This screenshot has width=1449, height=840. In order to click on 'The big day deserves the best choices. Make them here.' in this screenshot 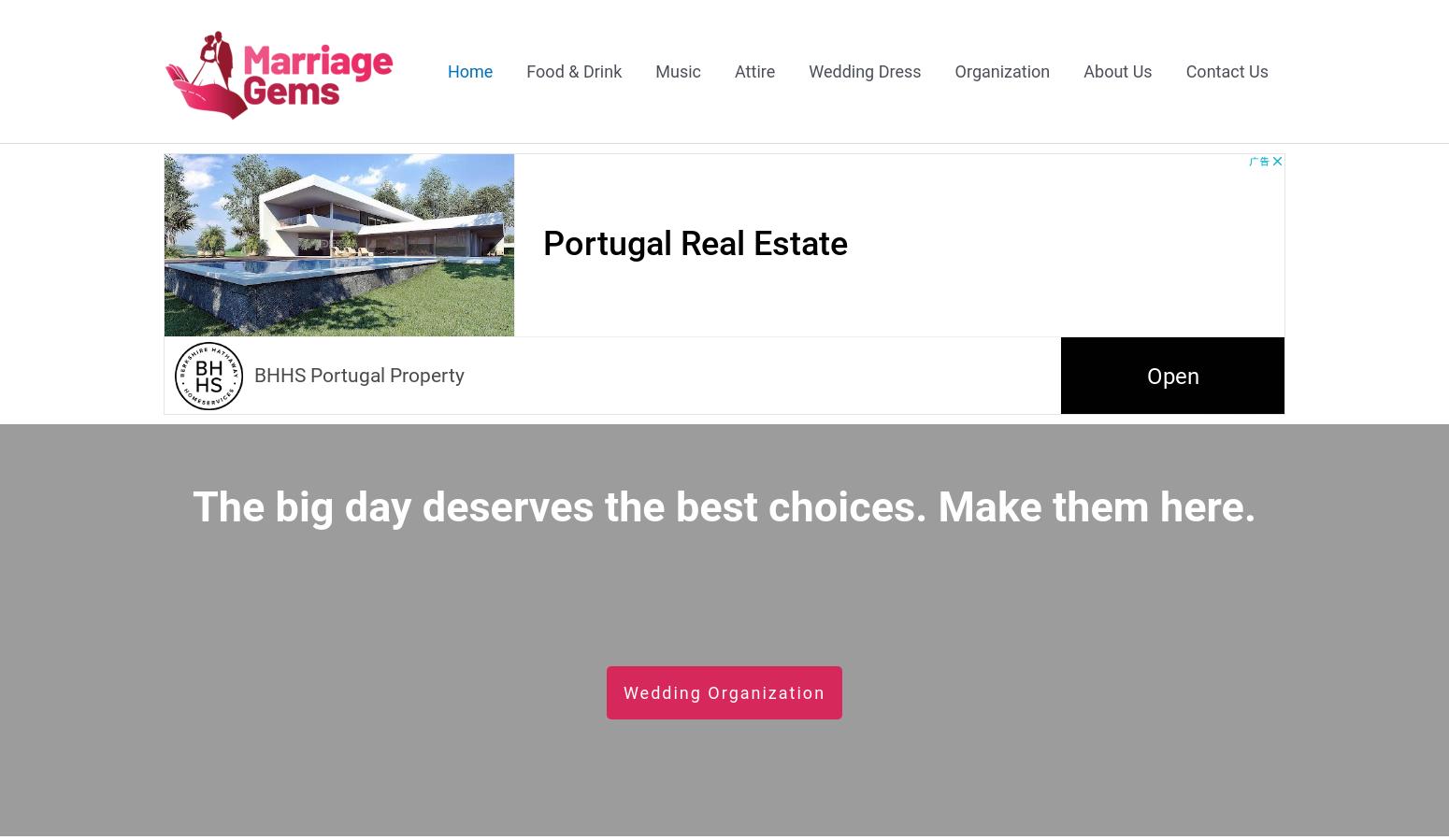, I will do `click(191, 506)`.